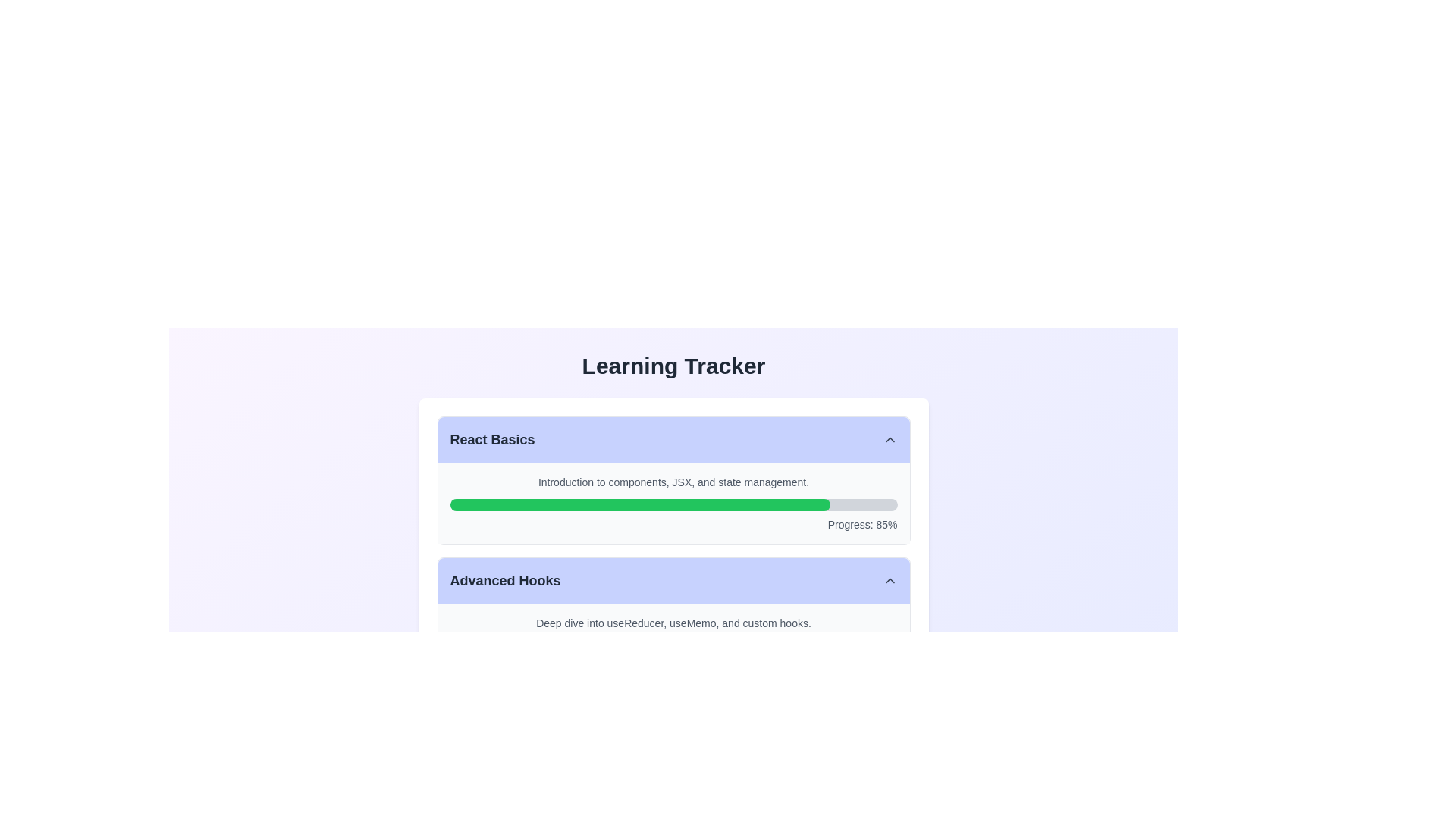  What do you see at coordinates (890, 439) in the screenshot?
I see `the upward chevron icon in the upper-right corner of the 'React Basics' card to trigger any potential highlight effects` at bounding box center [890, 439].